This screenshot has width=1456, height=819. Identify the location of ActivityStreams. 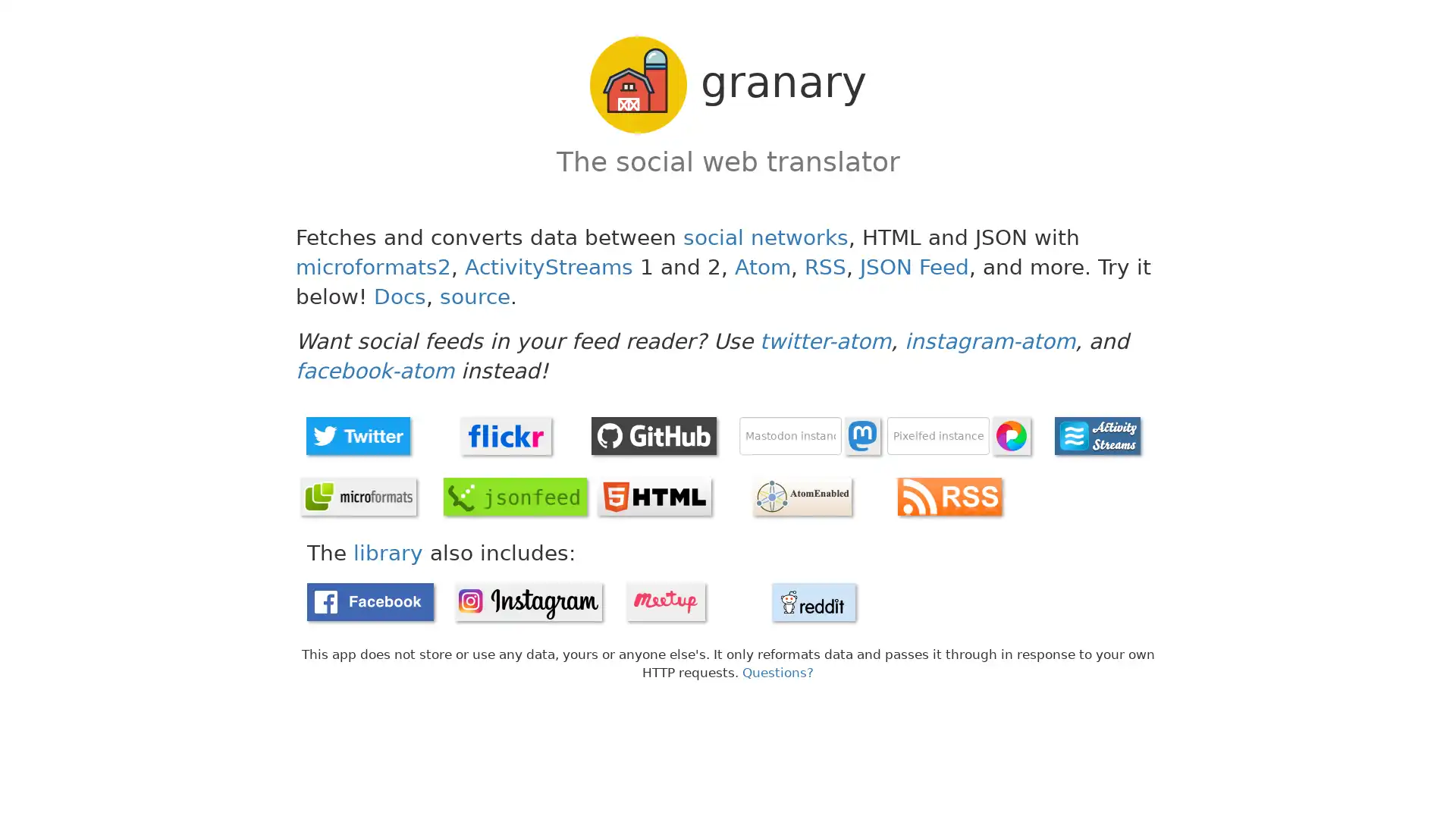
(1097, 435).